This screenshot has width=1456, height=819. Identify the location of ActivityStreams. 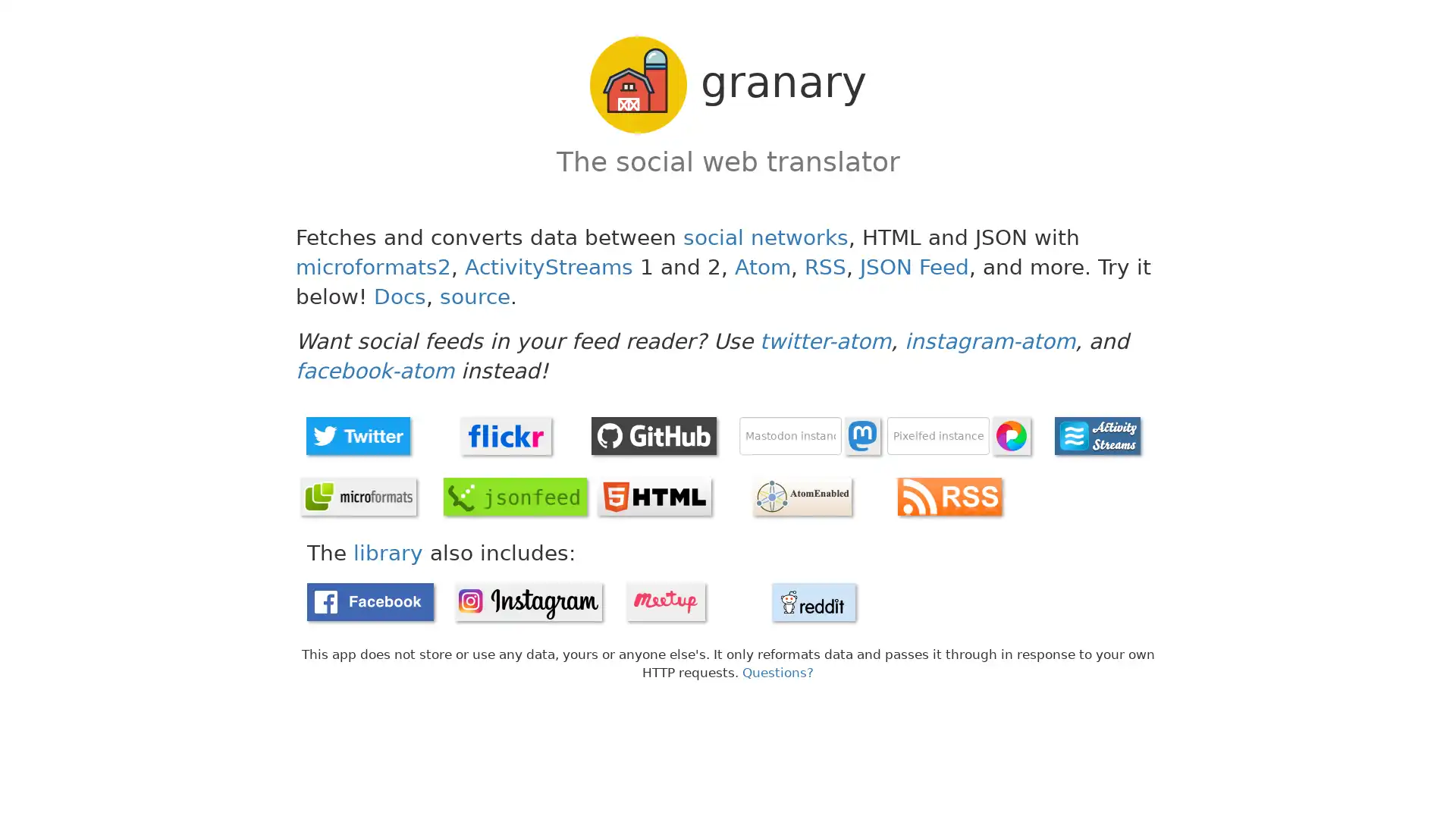
(1097, 435).